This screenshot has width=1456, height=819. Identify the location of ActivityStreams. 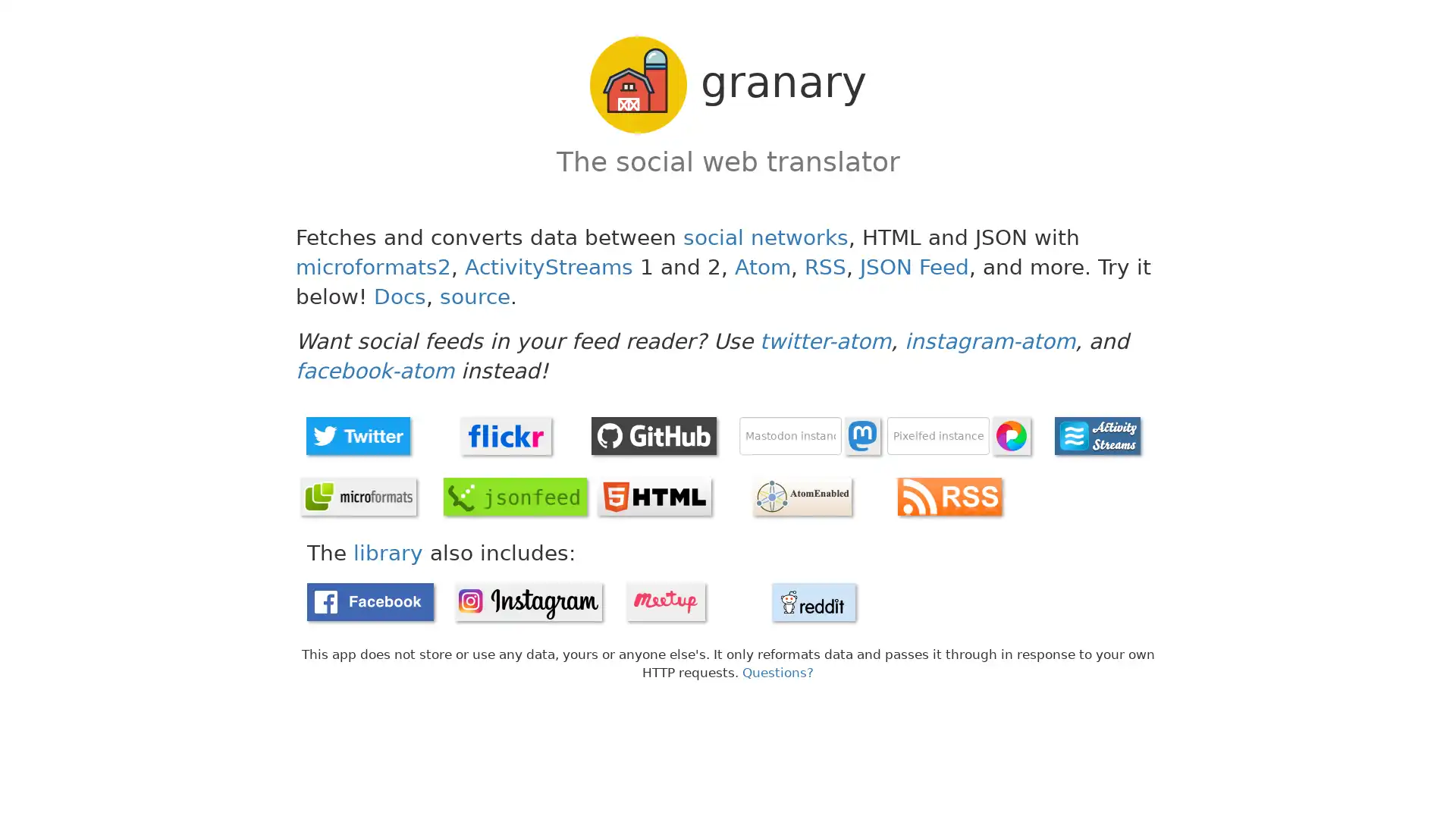
(1097, 435).